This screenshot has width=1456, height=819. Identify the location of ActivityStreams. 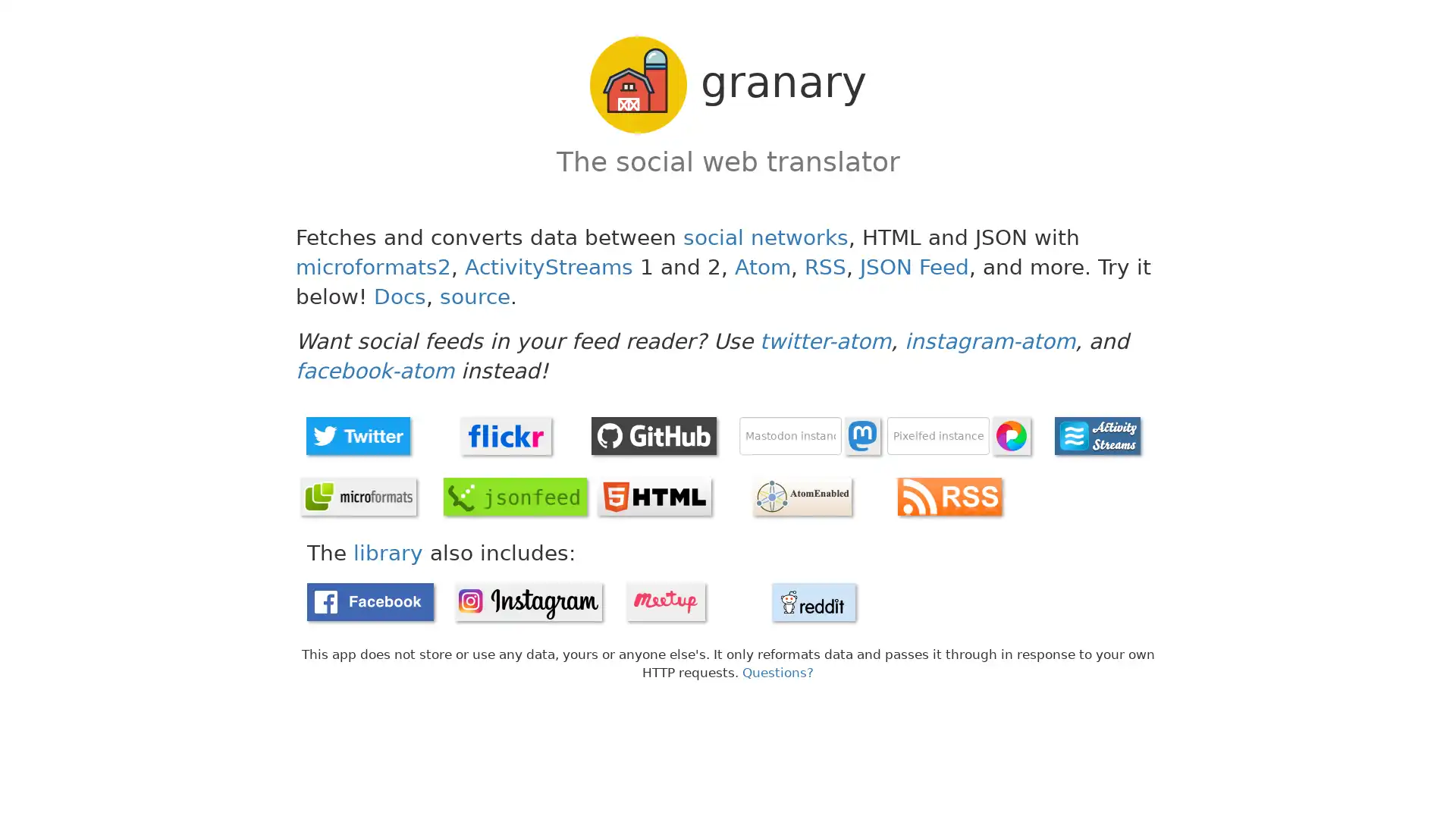
(1097, 435).